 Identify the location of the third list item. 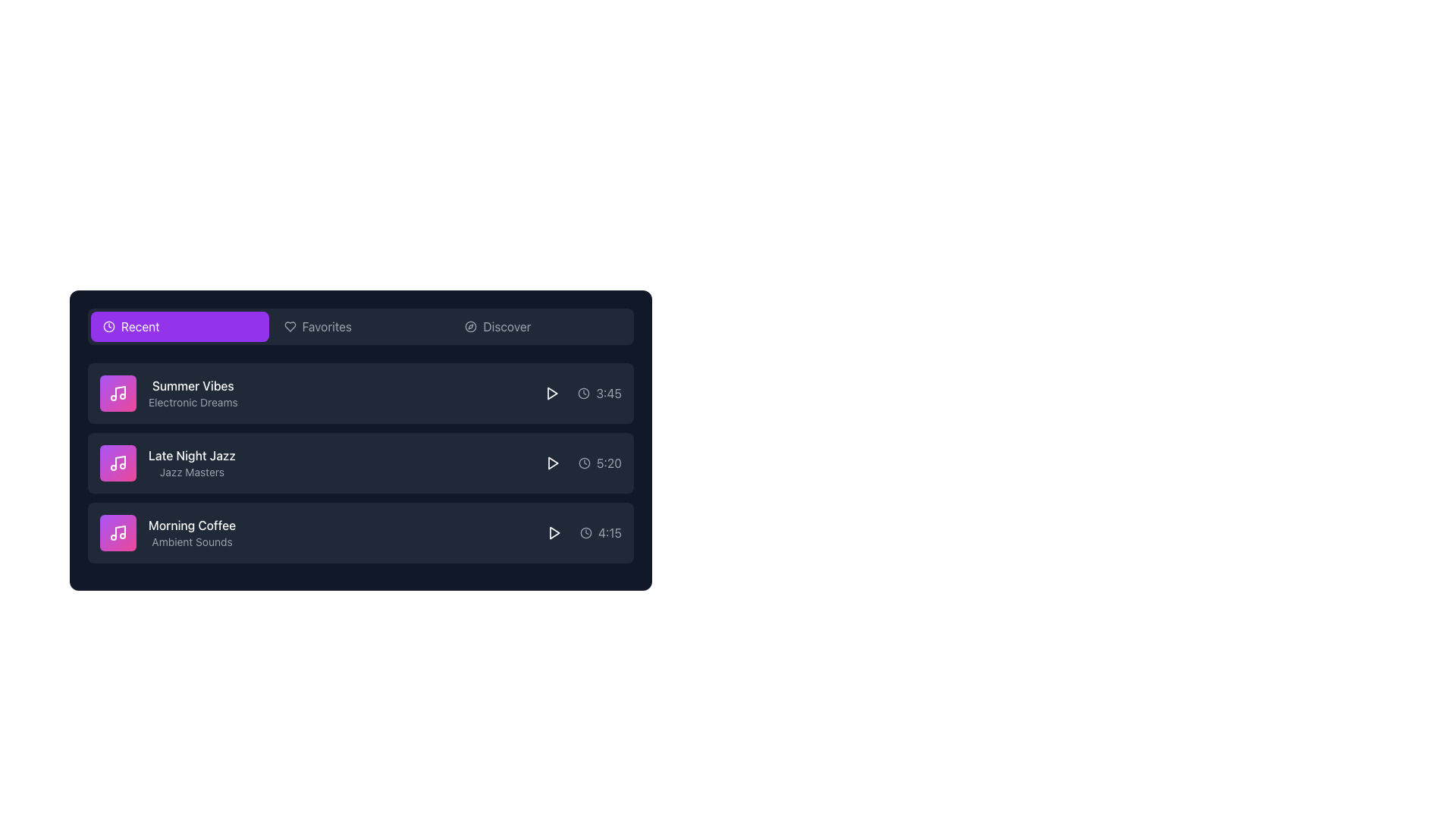
(359, 532).